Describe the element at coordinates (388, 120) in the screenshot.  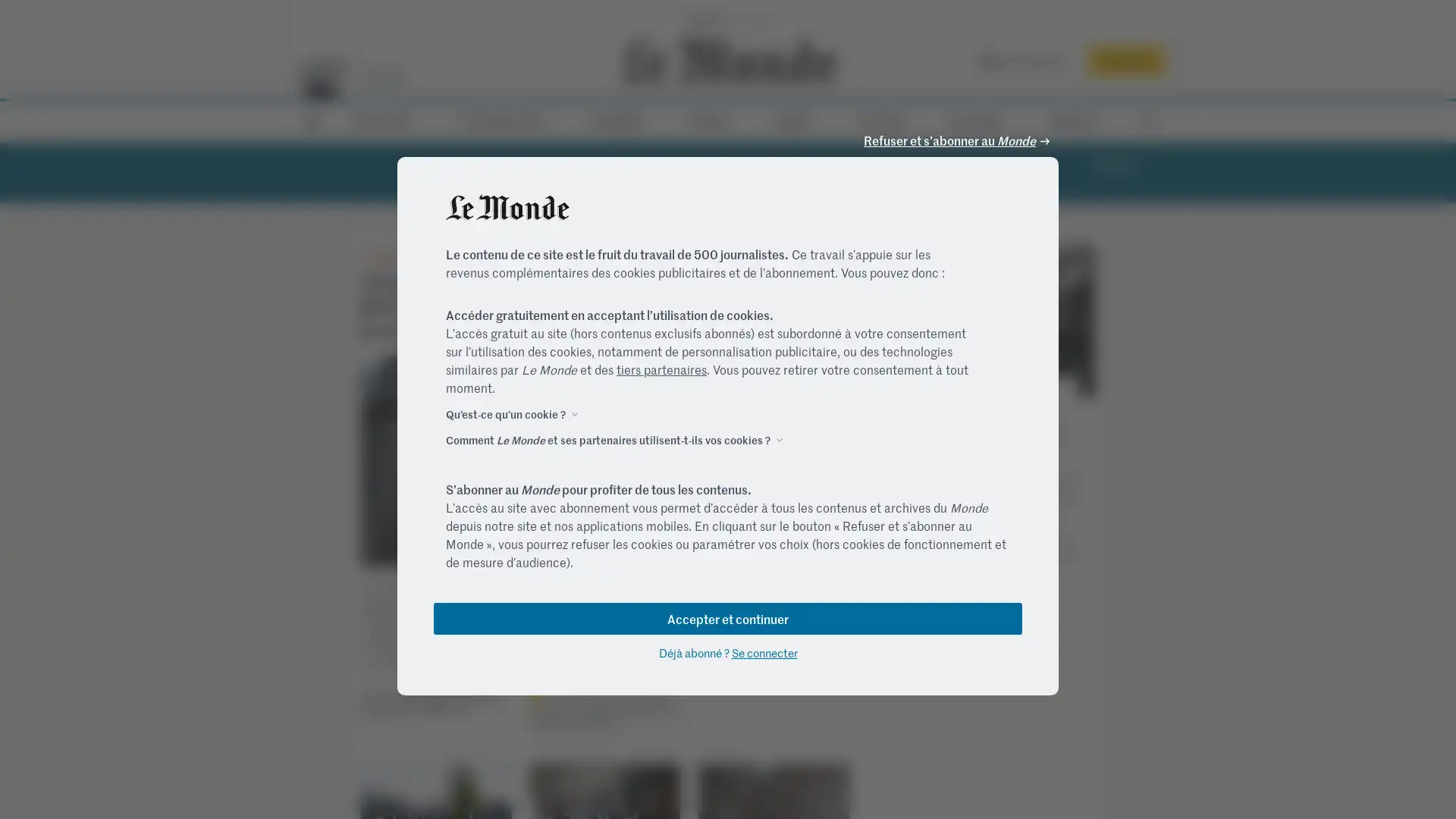
I see `ACTUALITES` at that location.